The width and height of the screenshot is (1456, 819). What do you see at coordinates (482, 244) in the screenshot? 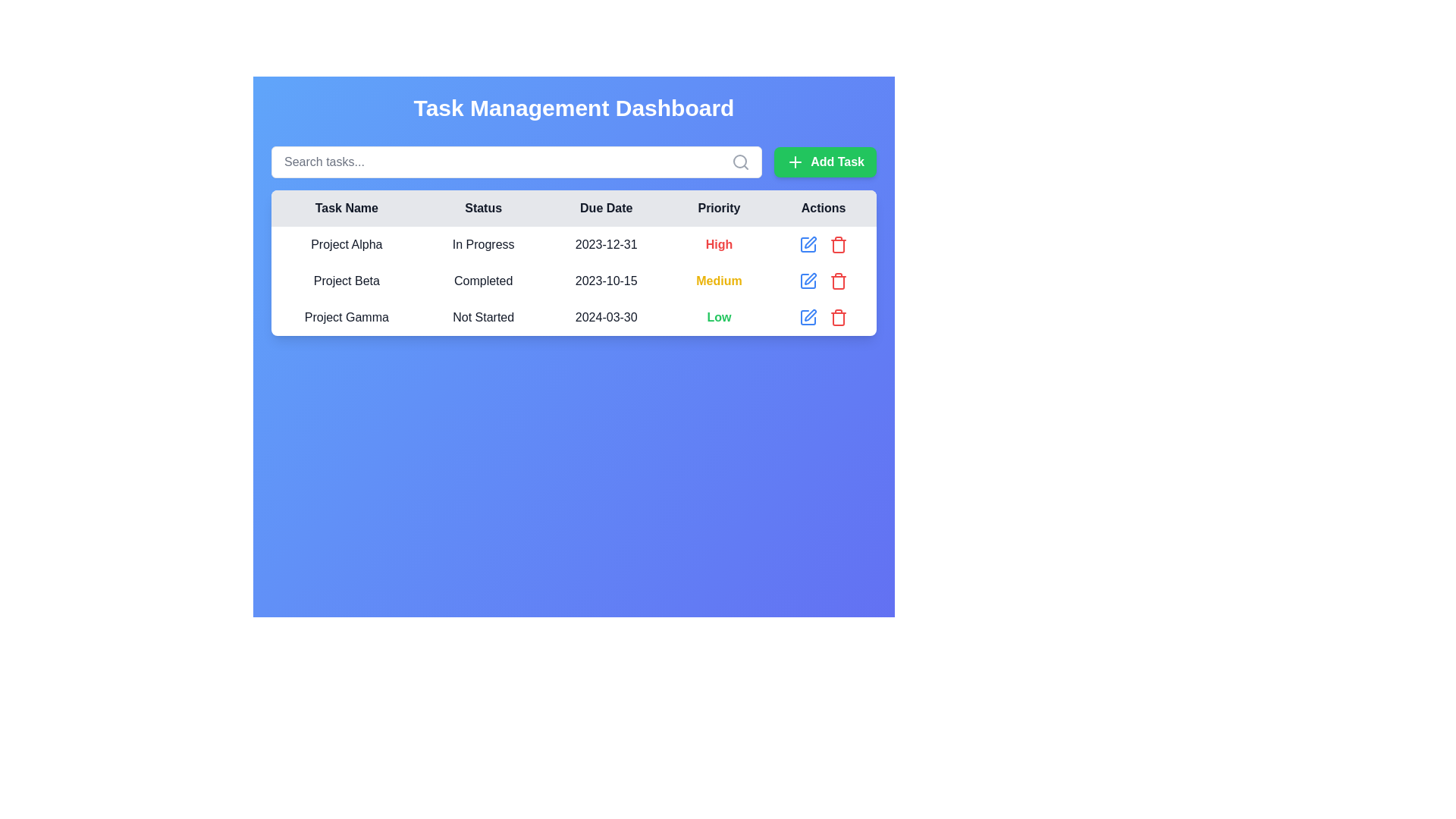
I see `the text label that represents the current status of 'Project Alpha', located in the second column of the corresponding row in the table, adjacent to the 'Status' column header` at bounding box center [482, 244].